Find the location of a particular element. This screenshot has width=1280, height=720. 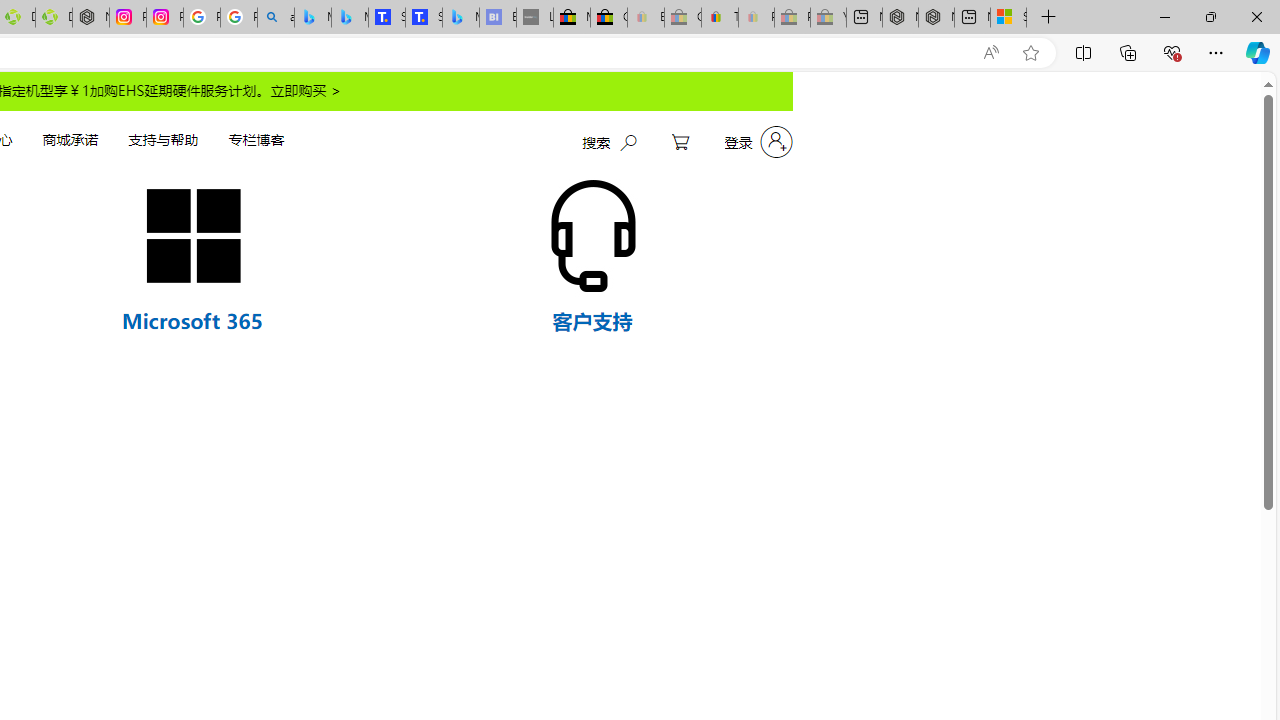

'Shangri-La Bangkok, Hotel reviews and Room rates' is located at coordinates (422, 17).